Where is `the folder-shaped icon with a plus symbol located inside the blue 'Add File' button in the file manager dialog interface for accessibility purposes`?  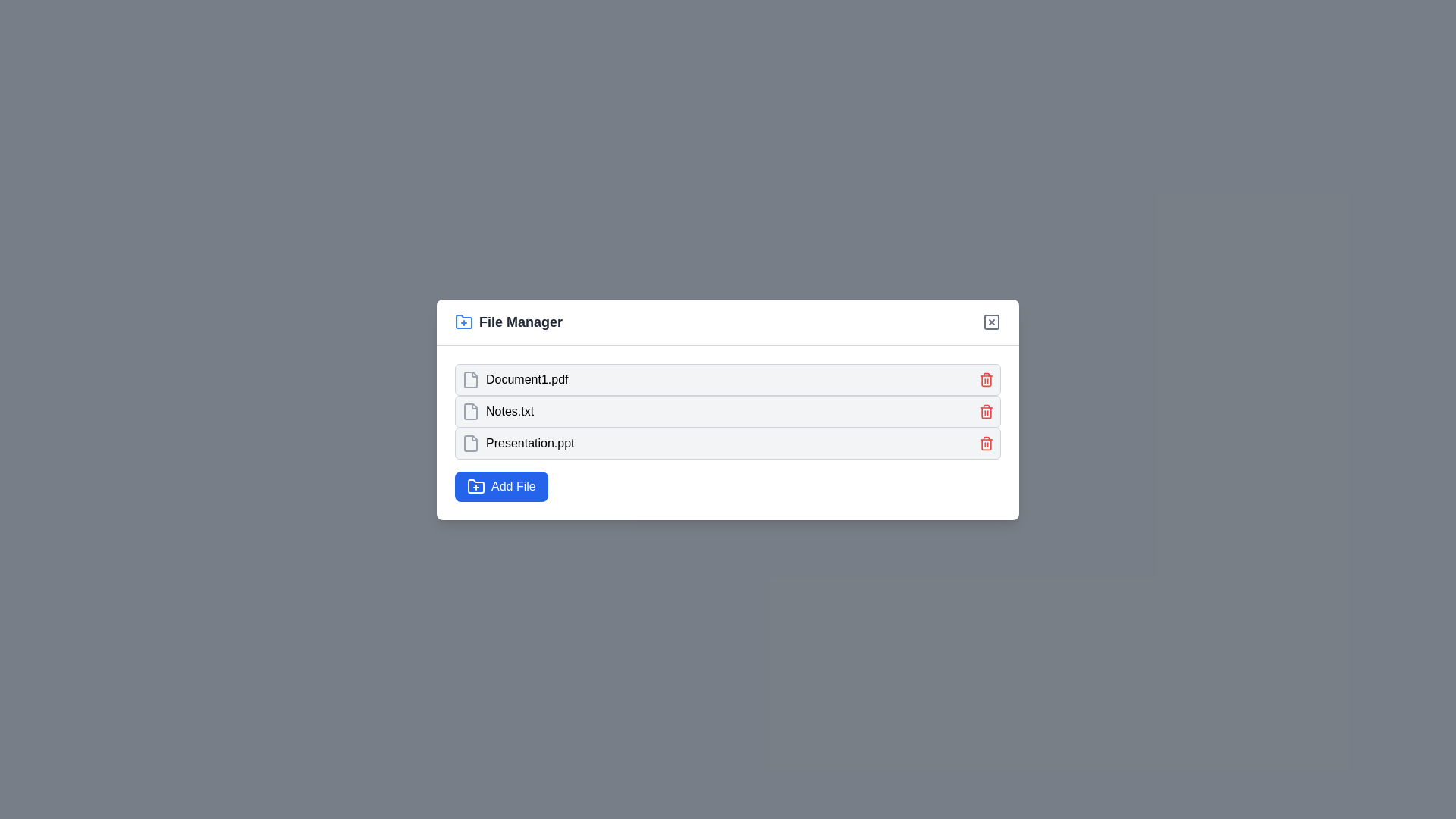 the folder-shaped icon with a plus symbol located inside the blue 'Add File' button in the file manager dialog interface for accessibility purposes is located at coordinates (475, 486).